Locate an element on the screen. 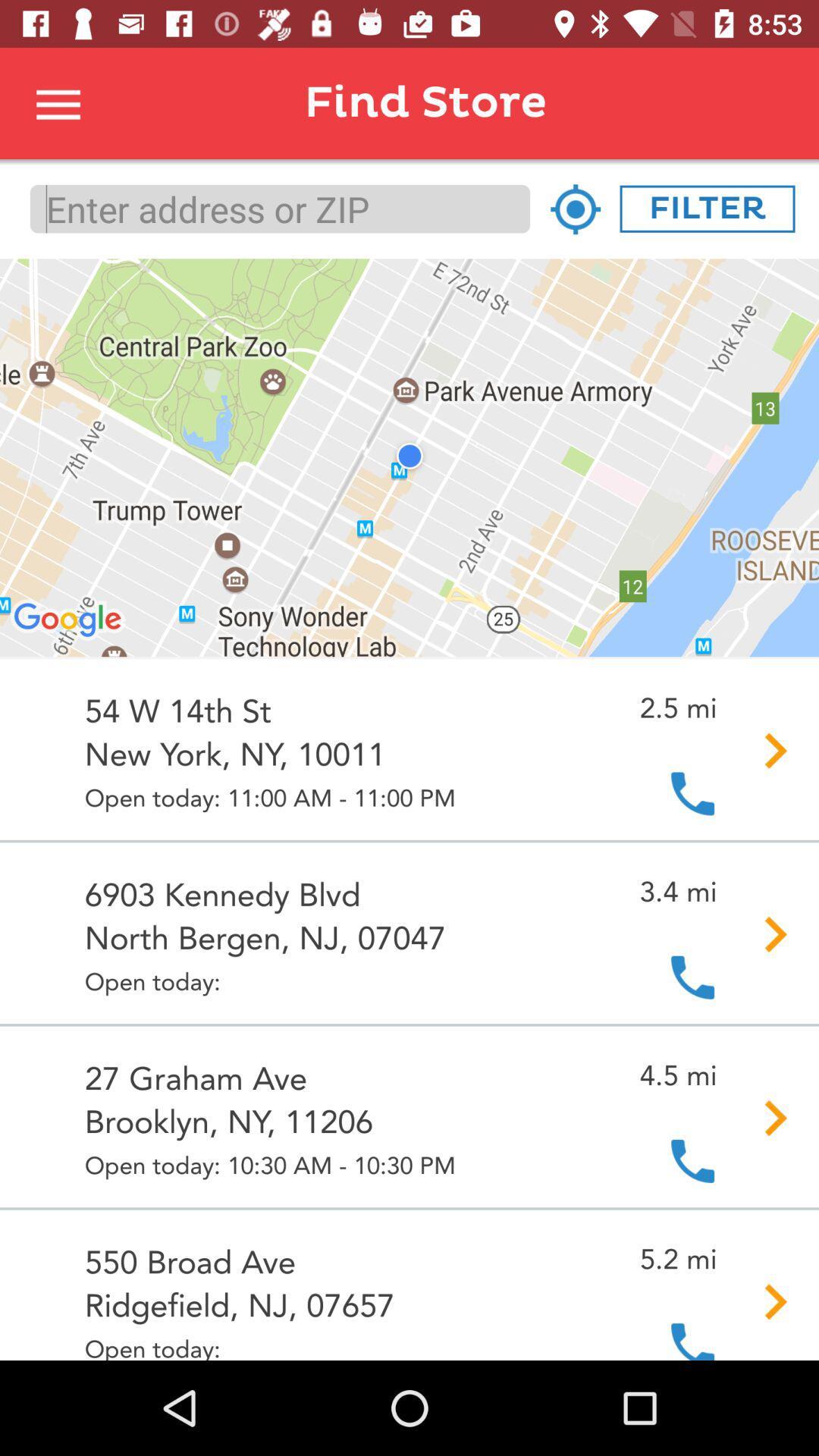 The width and height of the screenshot is (819, 1456). gps location is located at coordinates (575, 208).